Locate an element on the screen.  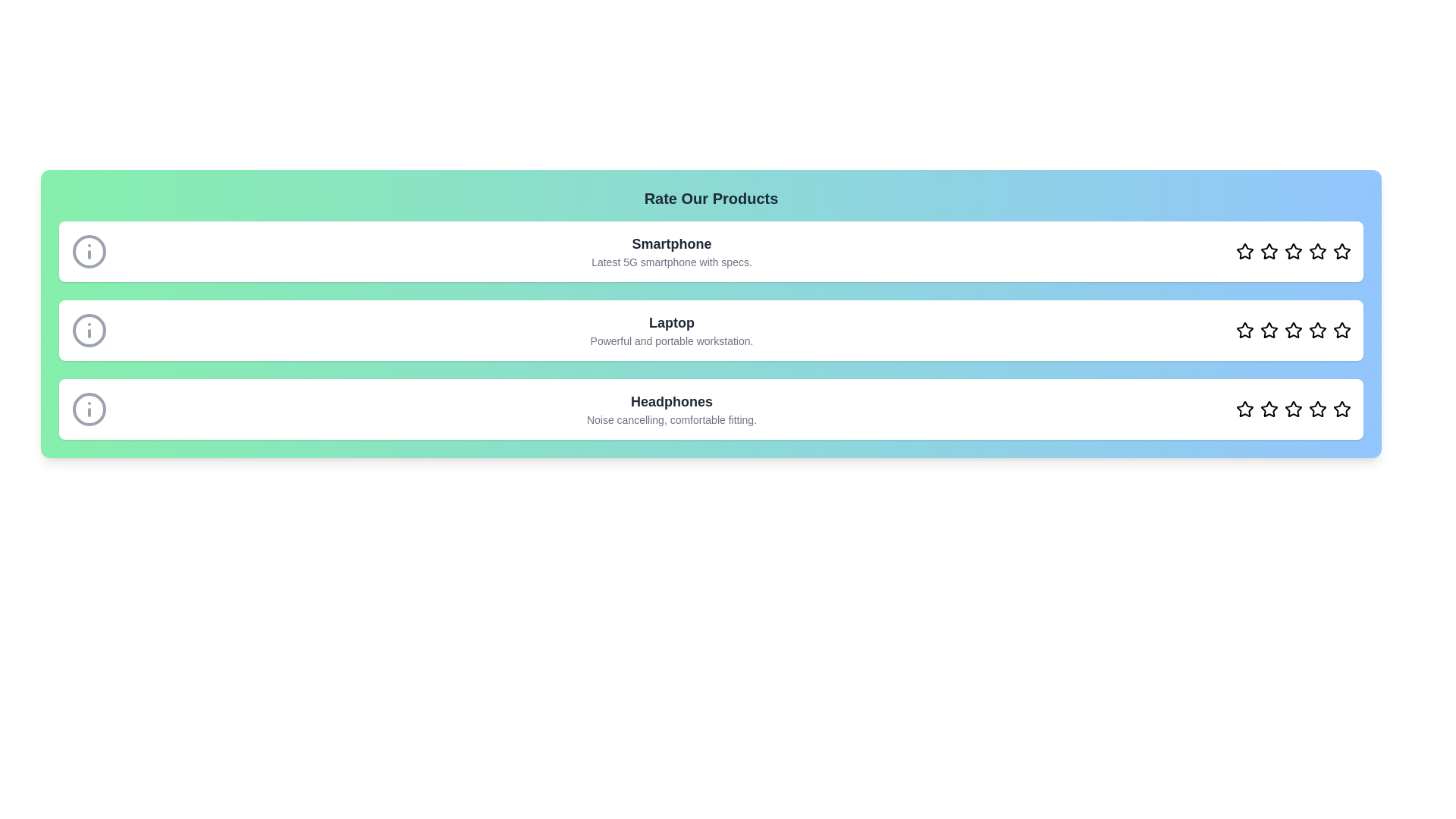
the first interactive graphical rating star in the second rating group for the 'Laptop' item is located at coordinates (1244, 329).